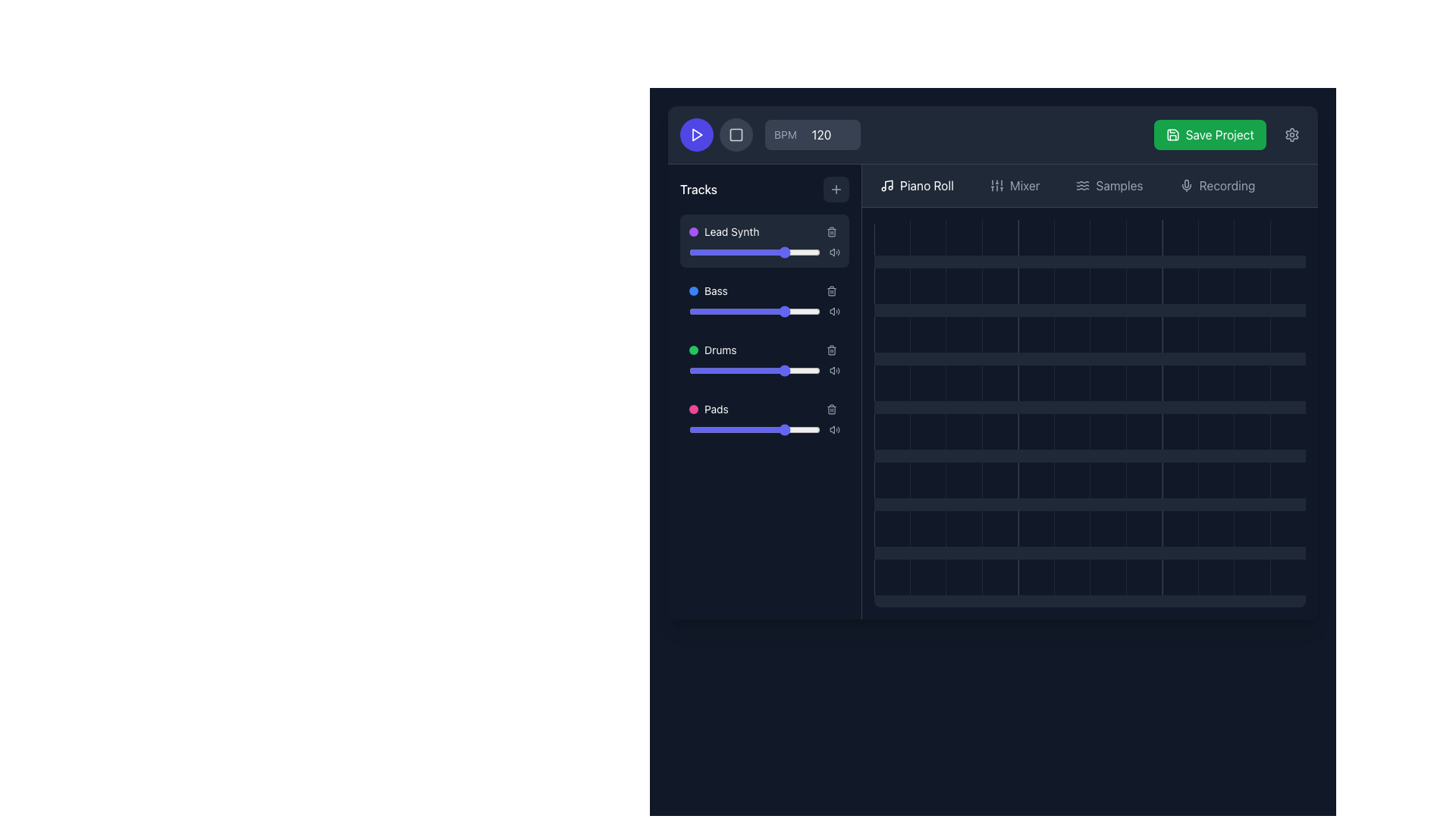 The width and height of the screenshot is (1456, 819). What do you see at coordinates (1035, 480) in the screenshot?
I see `the 5th square cell in the 5th row of the interactive grid, which is a dark gray cell with a lighter border that appears on hover` at bounding box center [1035, 480].